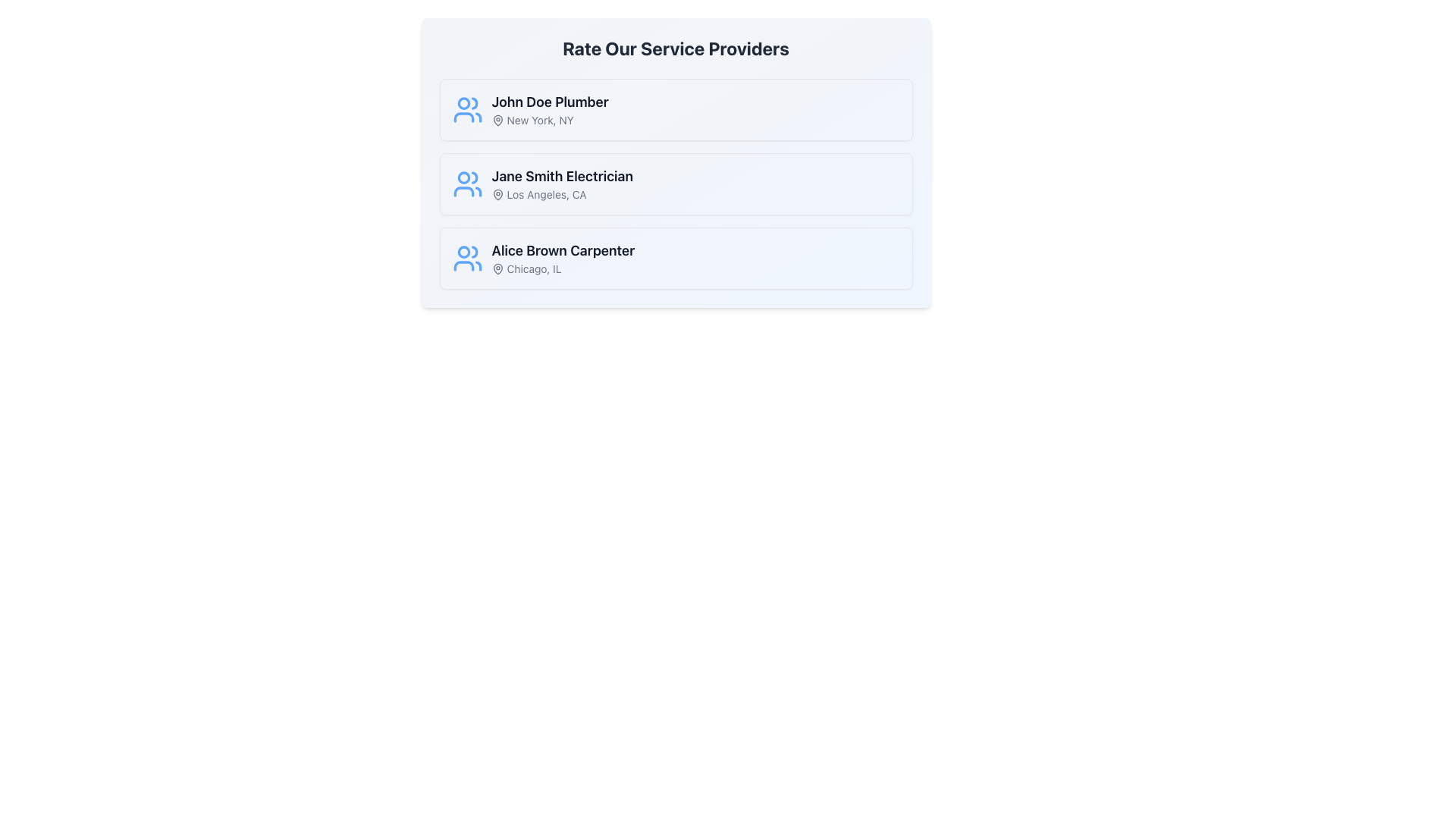 This screenshot has width=1456, height=819. I want to click on attention on the Text Heading that serves as the title for the section above the list of service provider entries, so click(675, 48).